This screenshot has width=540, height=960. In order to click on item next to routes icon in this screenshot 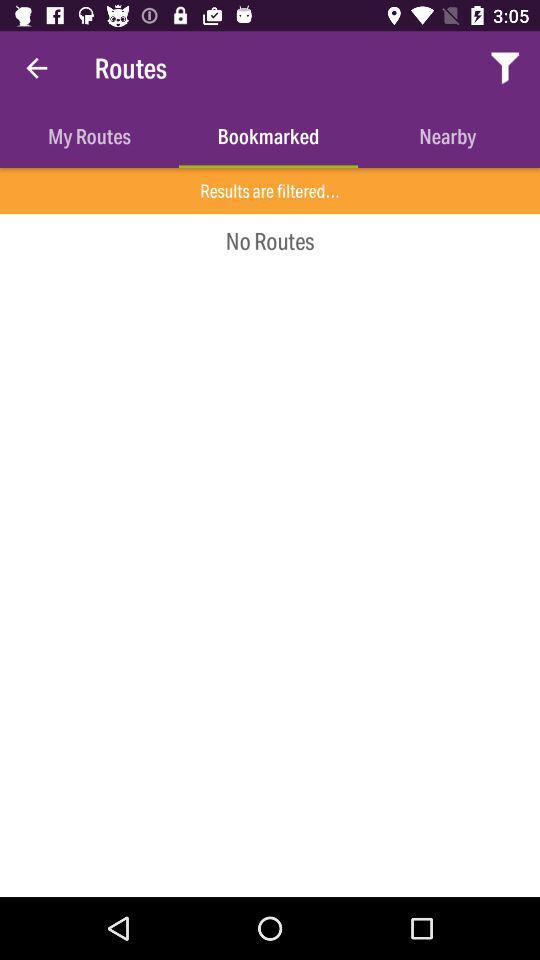, I will do `click(504, 68)`.